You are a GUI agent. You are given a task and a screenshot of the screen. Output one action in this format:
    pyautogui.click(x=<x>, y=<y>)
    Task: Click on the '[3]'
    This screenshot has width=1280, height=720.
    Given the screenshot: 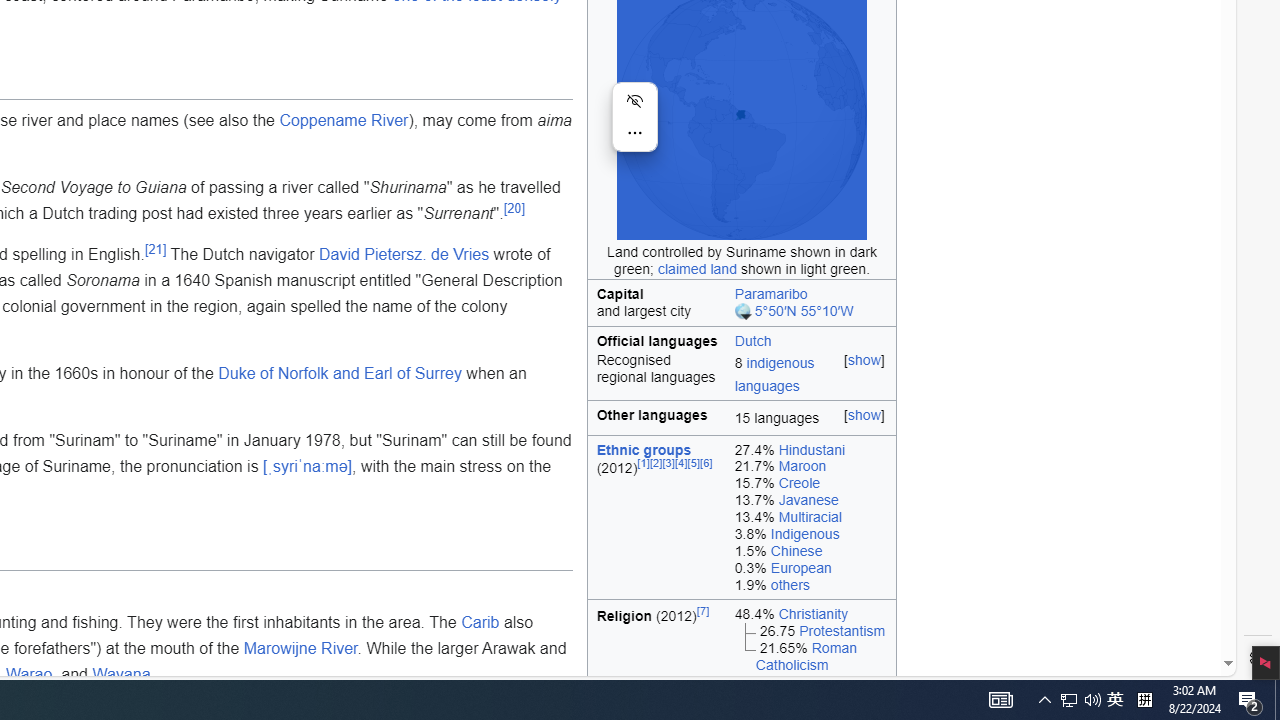 What is the action you would take?
    pyautogui.click(x=668, y=463)
    